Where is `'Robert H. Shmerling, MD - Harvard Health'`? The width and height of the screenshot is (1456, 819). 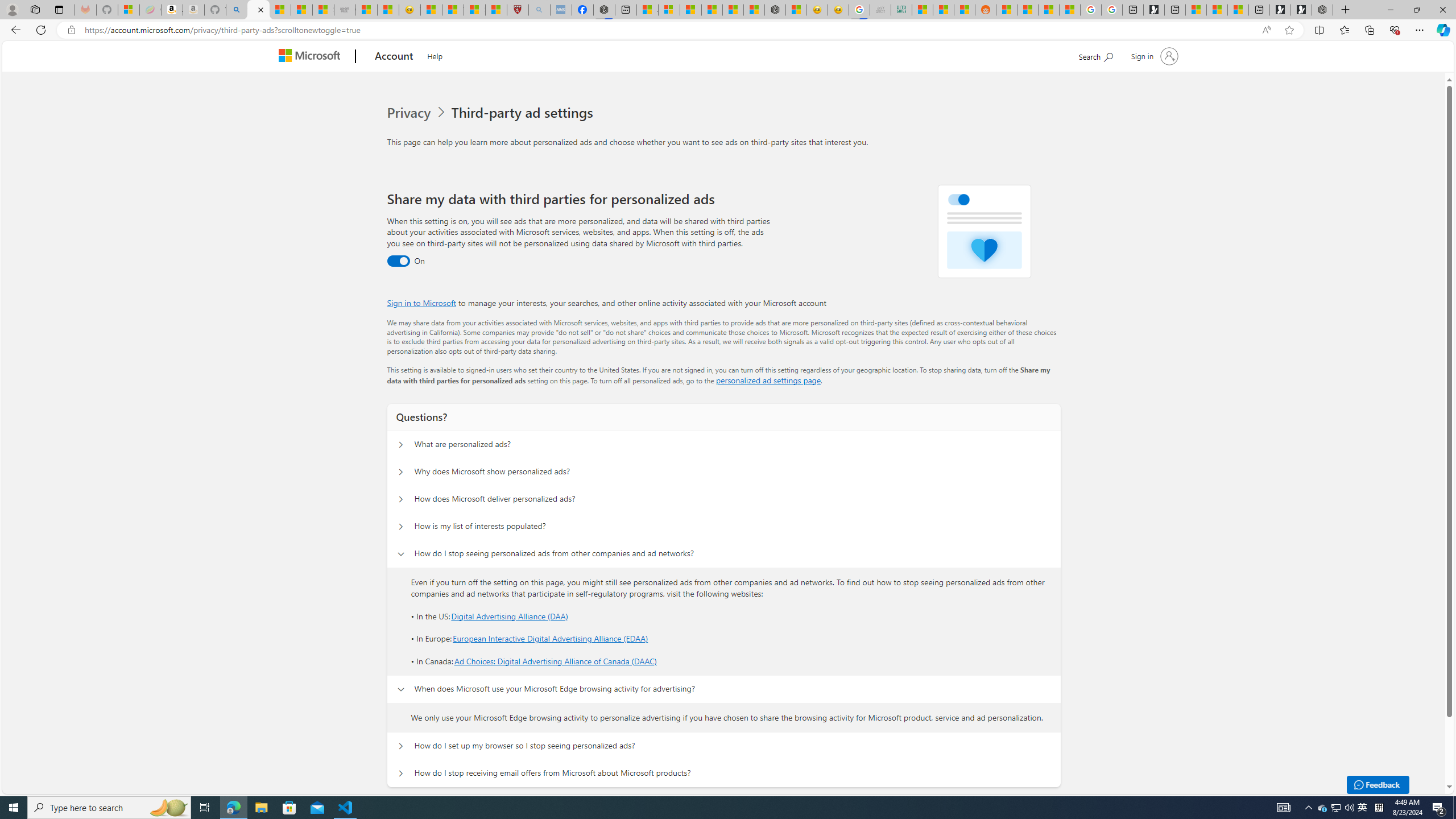 'Robert H. Shmerling, MD - Harvard Health' is located at coordinates (517, 9).